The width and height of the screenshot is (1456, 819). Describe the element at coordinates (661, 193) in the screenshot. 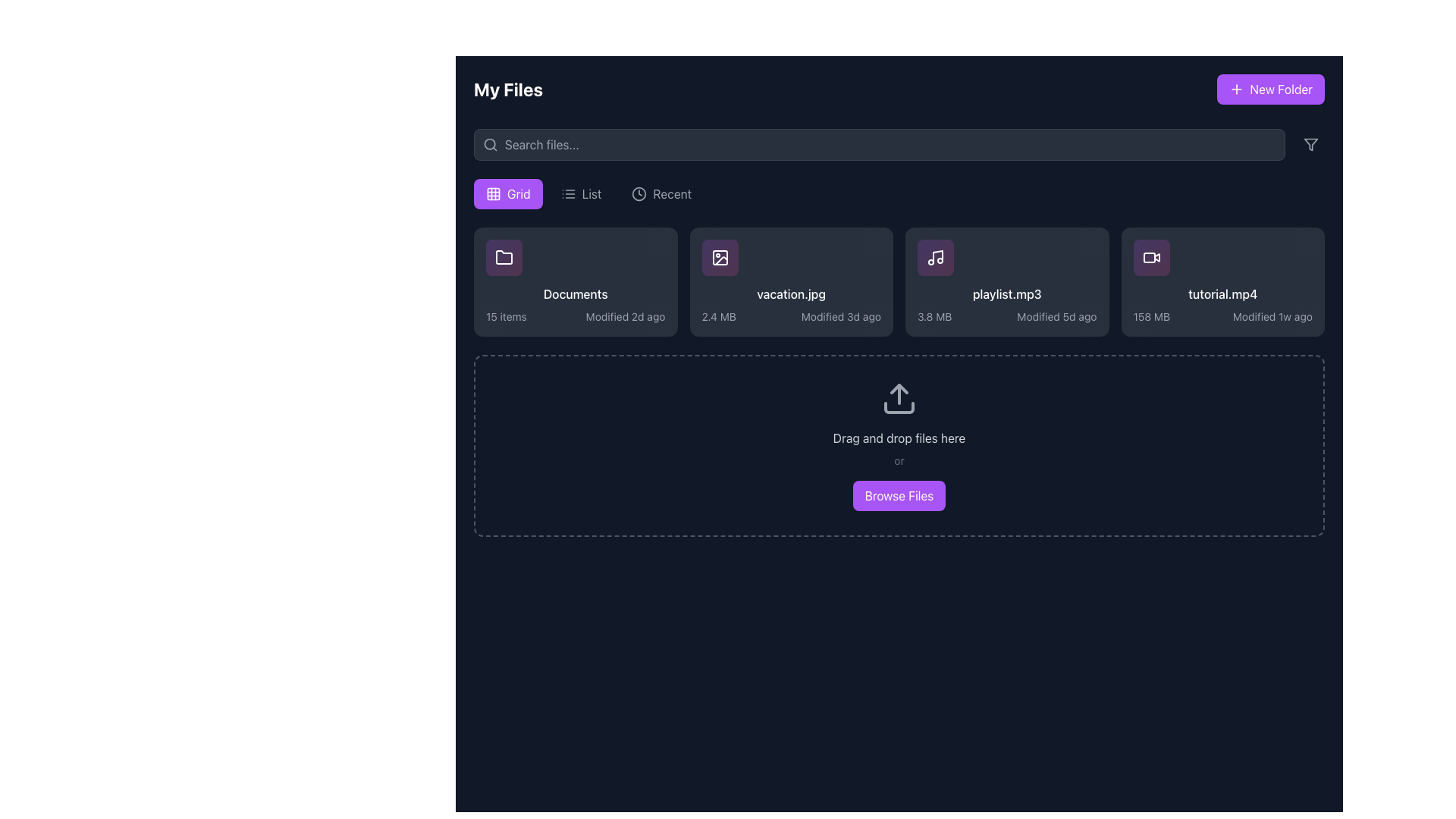

I see `the filter/sort button located near the top-right corner of the main control bar` at that location.